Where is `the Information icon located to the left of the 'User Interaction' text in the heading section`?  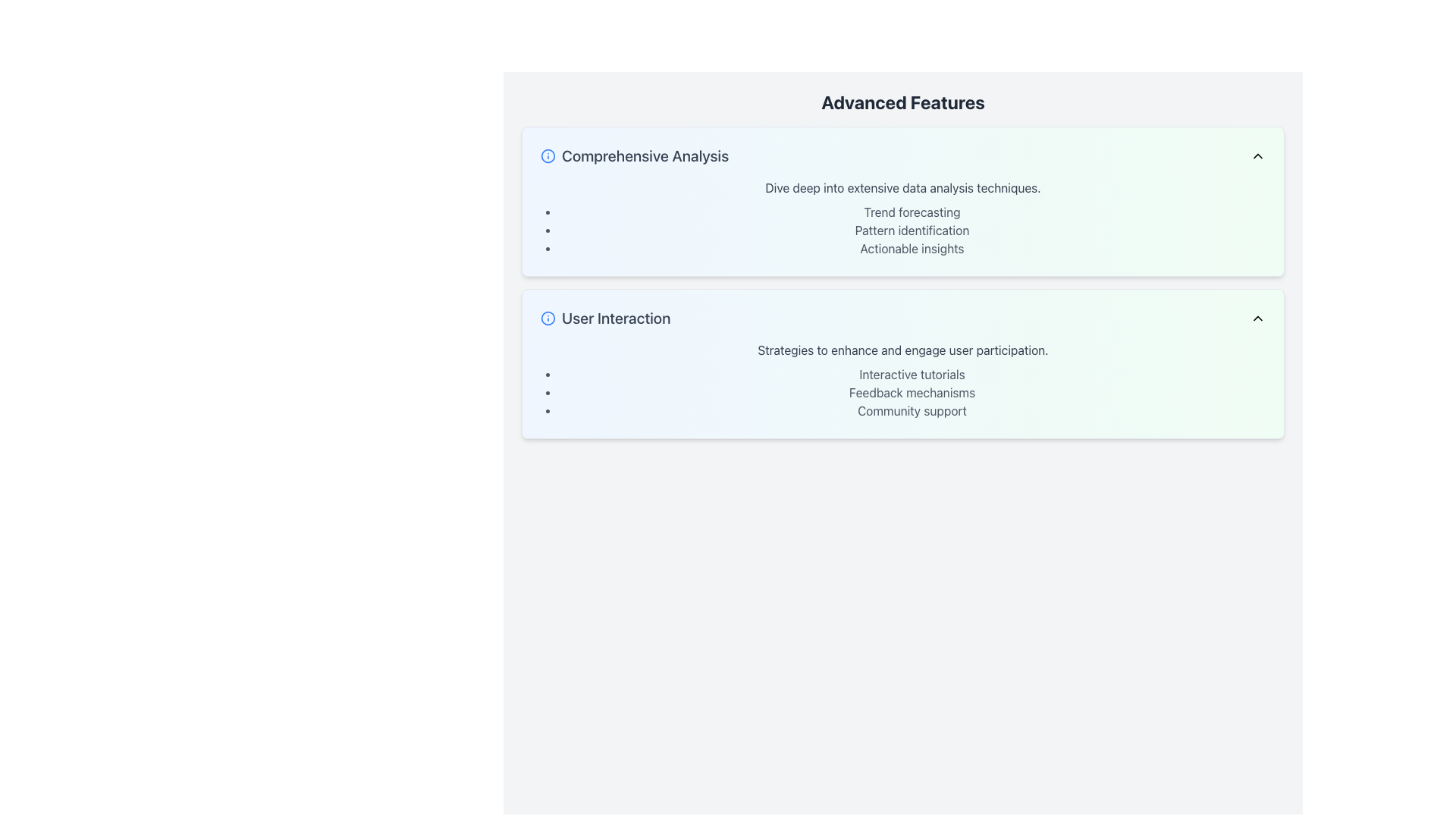
the Information icon located to the left of the 'User Interaction' text in the heading section is located at coordinates (548, 318).